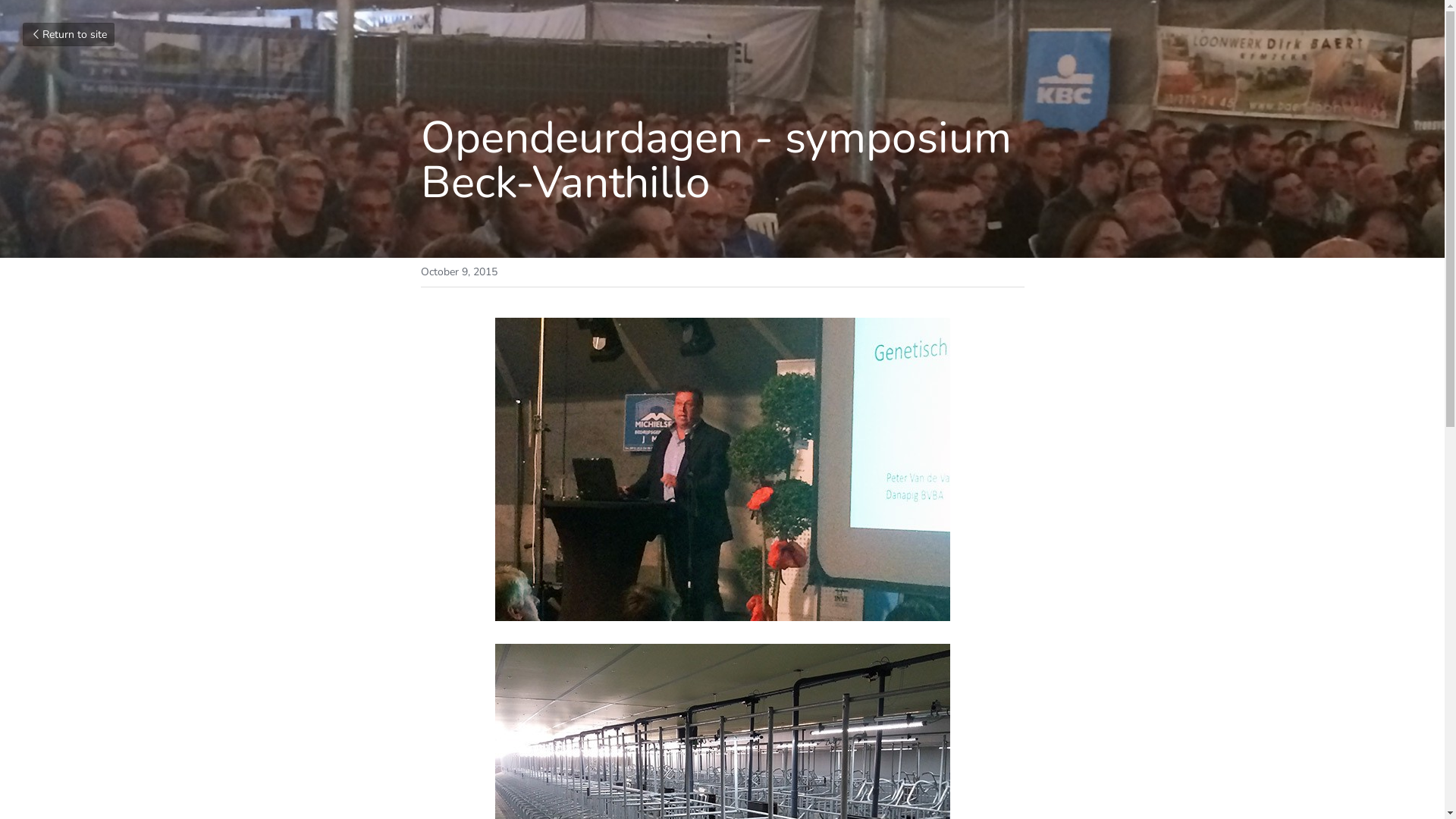 Image resolution: width=1456 pixels, height=819 pixels. What do you see at coordinates (67, 34) in the screenshot?
I see `'Return to site'` at bounding box center [67, 34].